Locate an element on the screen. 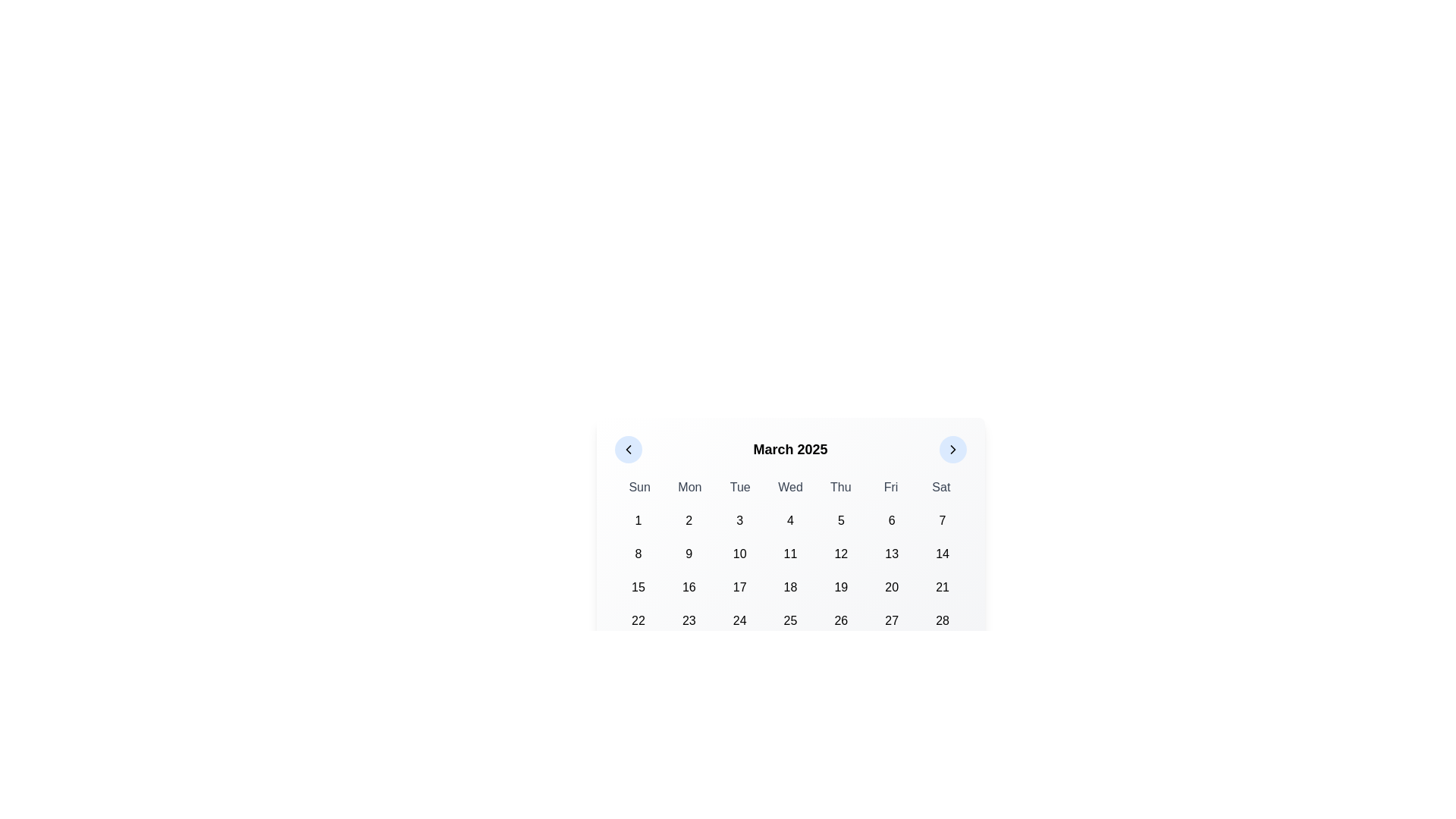 This screenshot has height=819, width=1456. the button representing the 15th day of the month in the calendar interface is located at coordinates (638, 587).